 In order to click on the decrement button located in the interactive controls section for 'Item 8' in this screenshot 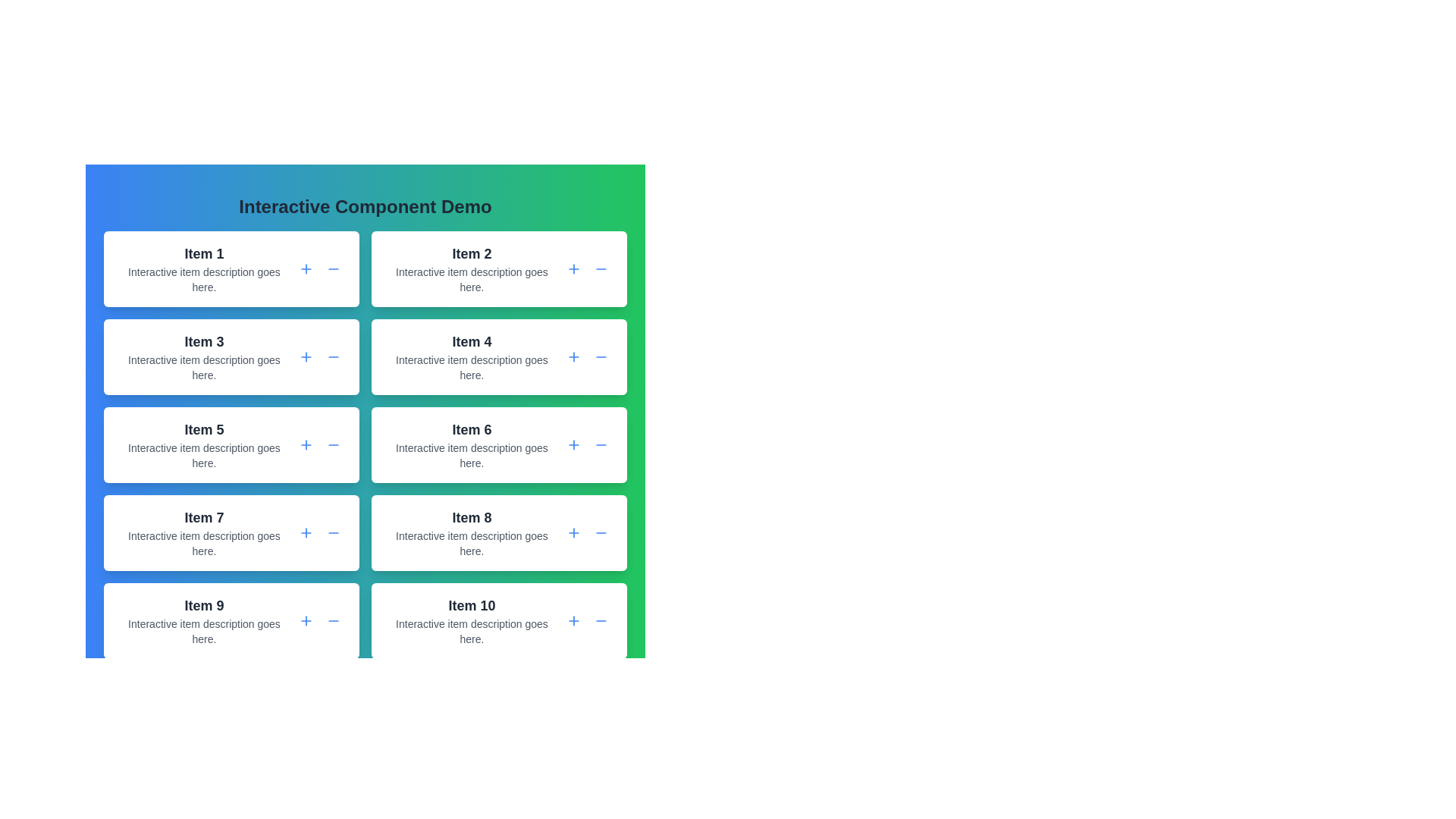, I will do `click(600, 532)`.